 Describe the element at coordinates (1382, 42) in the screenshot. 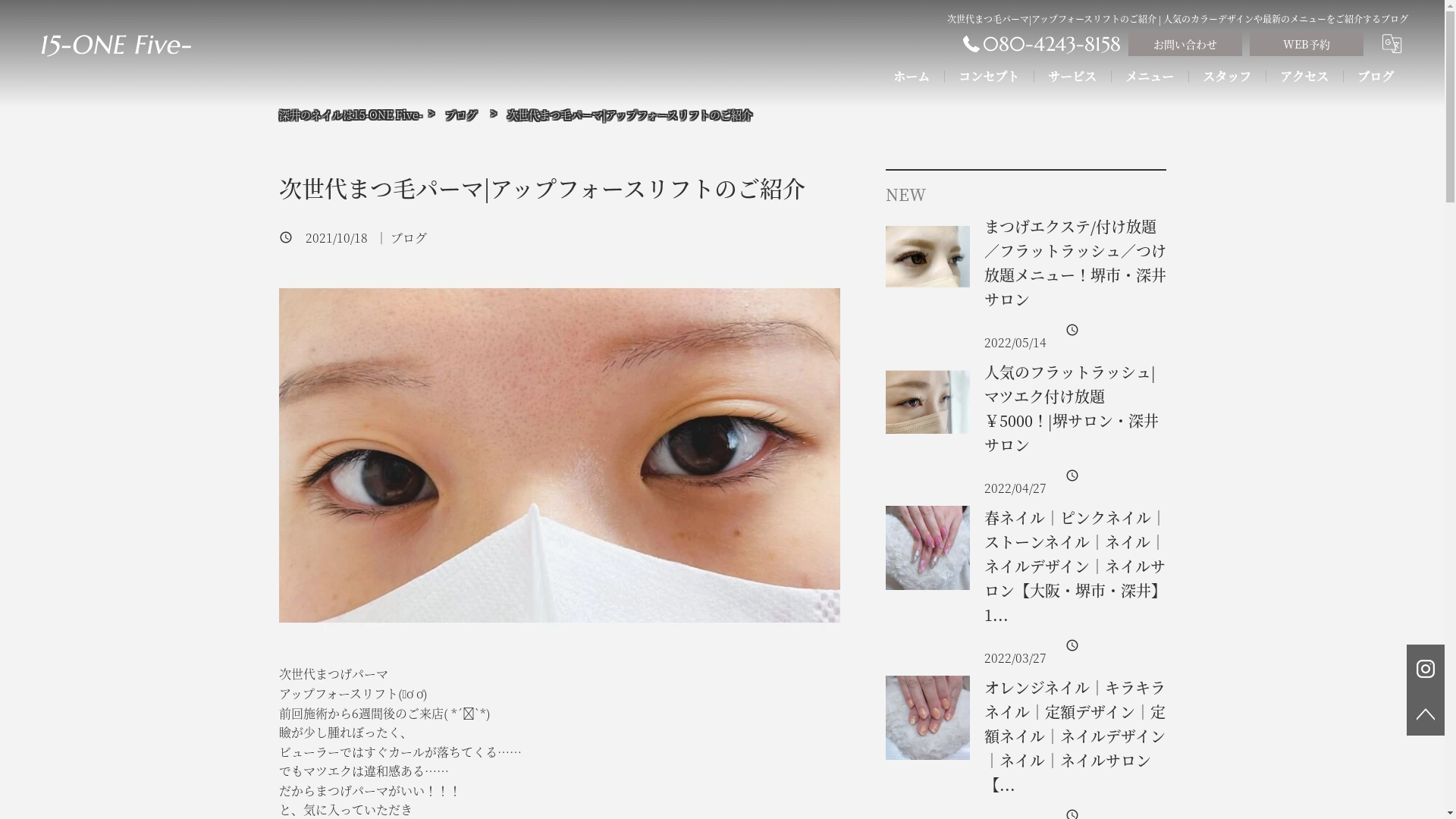

I see `'translate'` at that location.